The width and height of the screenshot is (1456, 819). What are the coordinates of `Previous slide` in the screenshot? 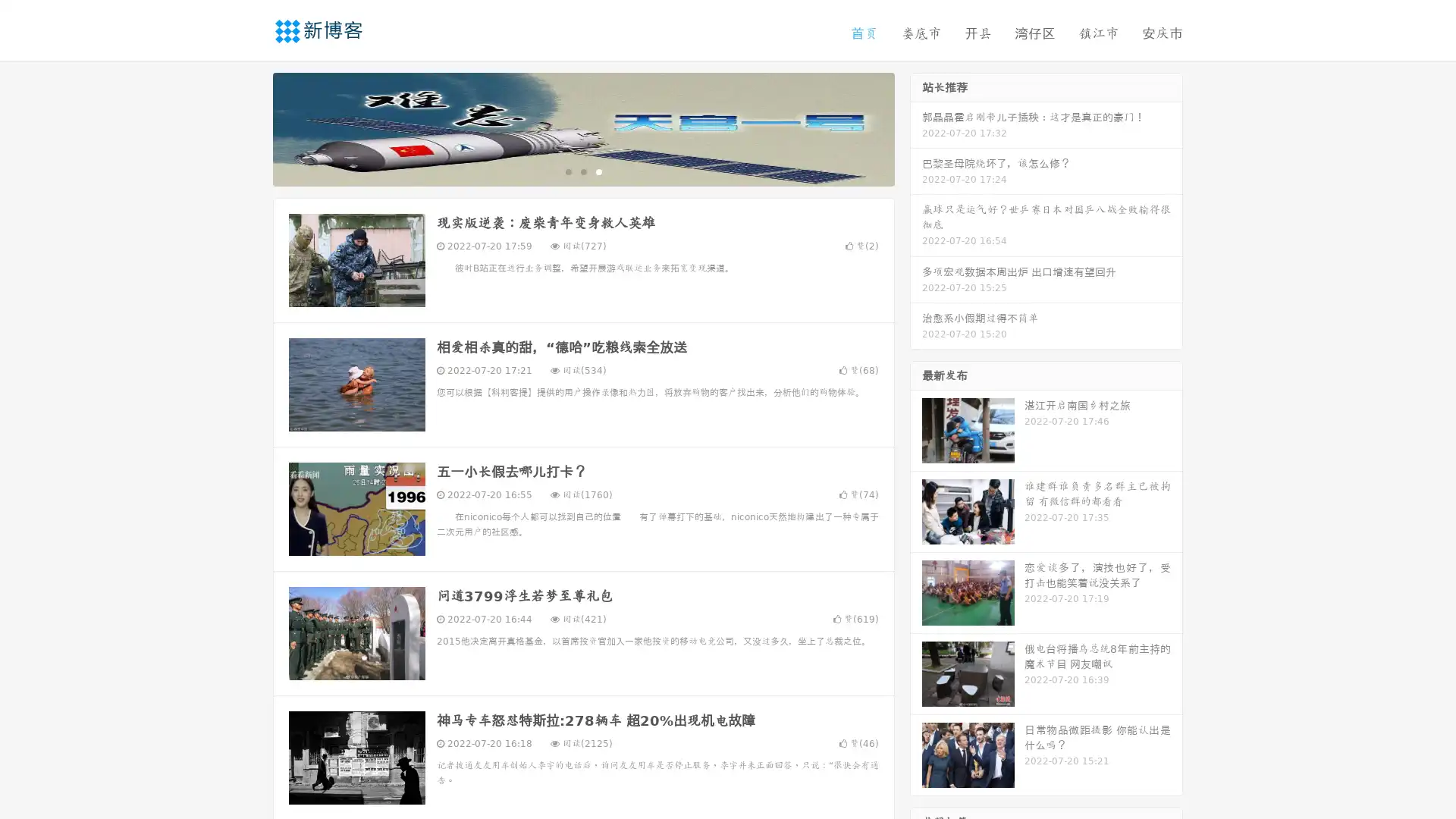 It's located at (250, 127).